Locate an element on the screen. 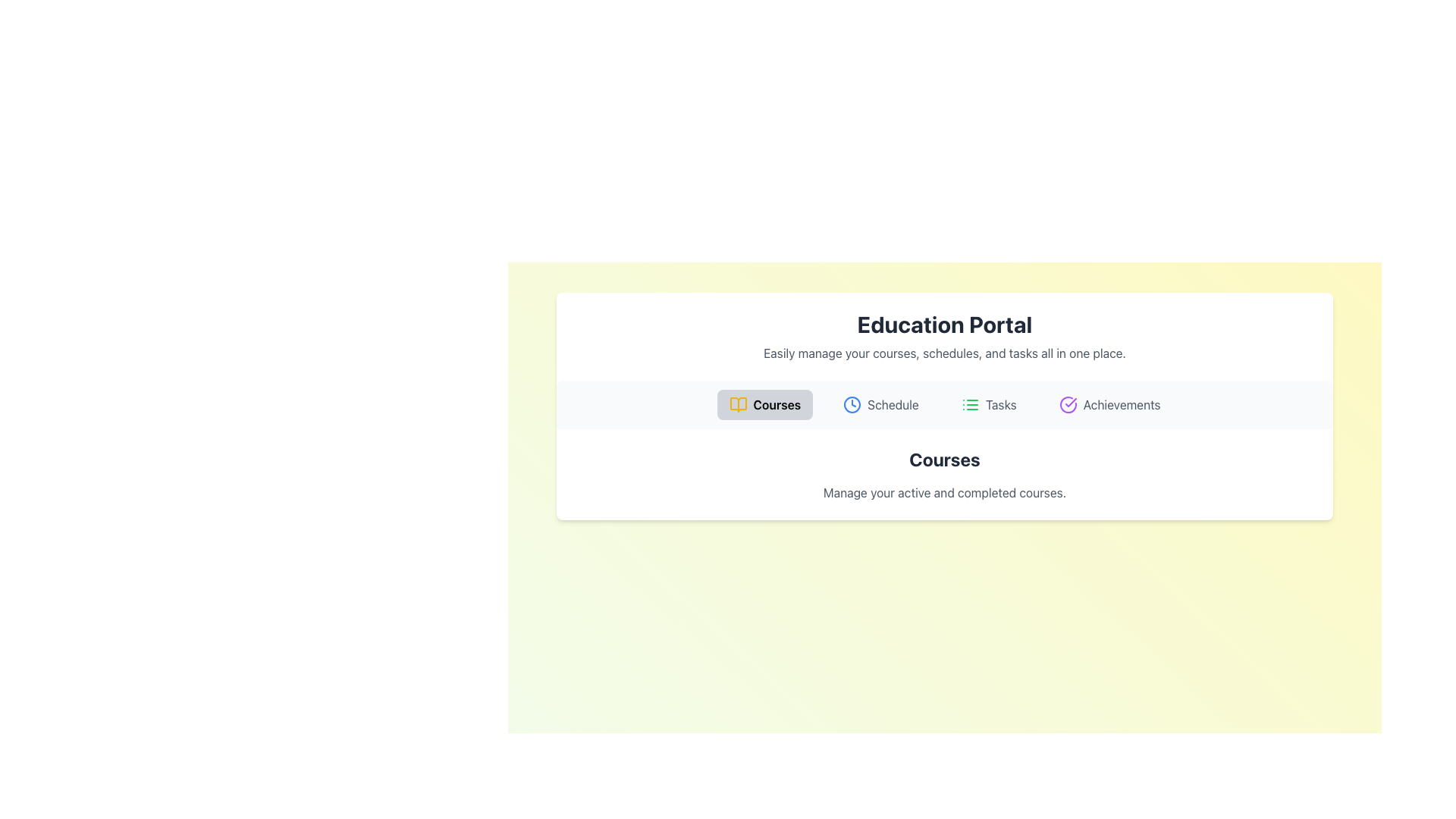 Image resolution: width=1456 pixels, height=819 pixels. the rightmost text label of the third icon-label pair in the horizontal navigation bar, which serves as a label for the 'Tasks' section is located at coordinates (1001, 403).